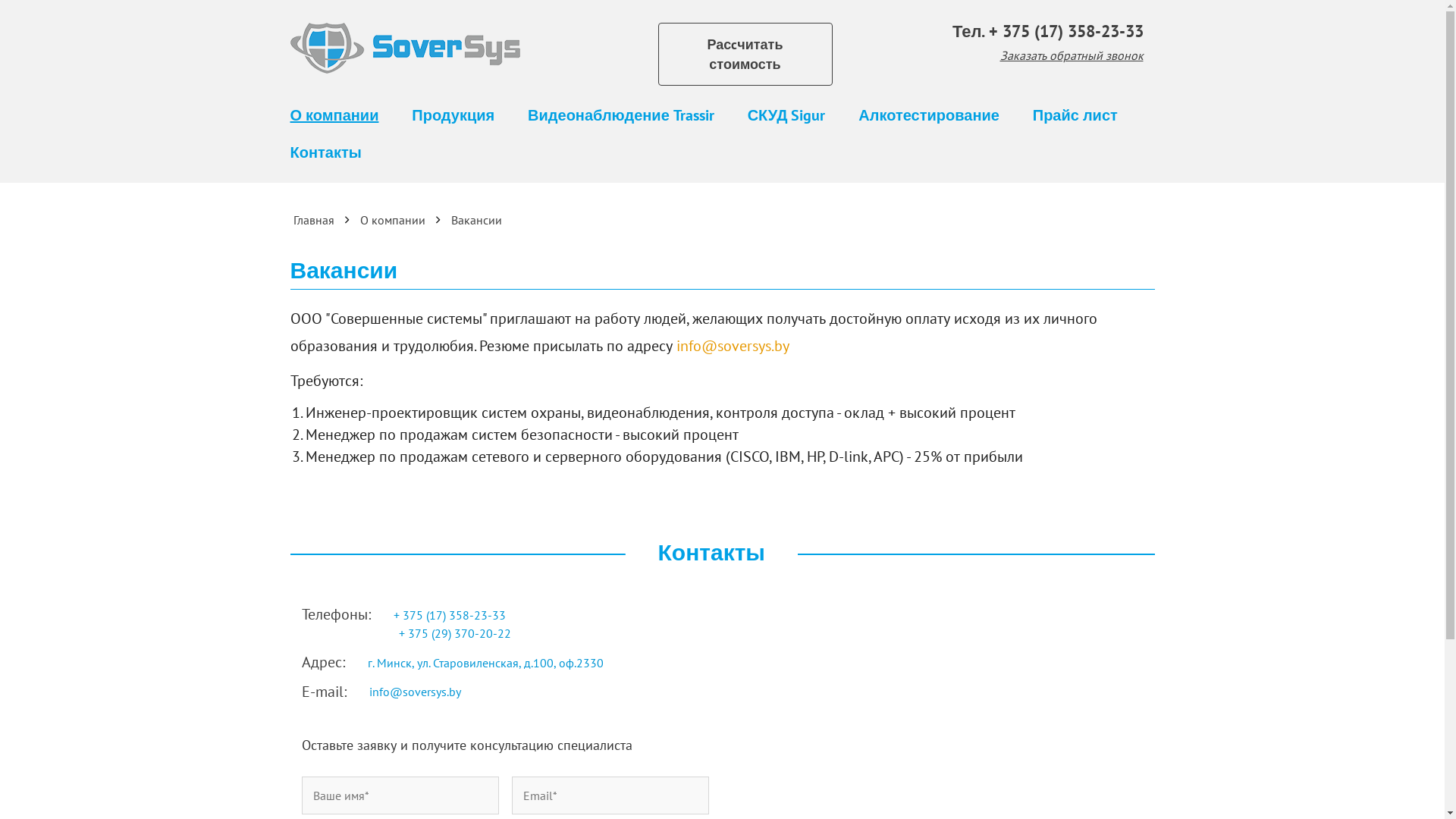 The width and height of the screenshot is (1456, 819). I want to click on 'info@soversys.by', so click(414, 691).